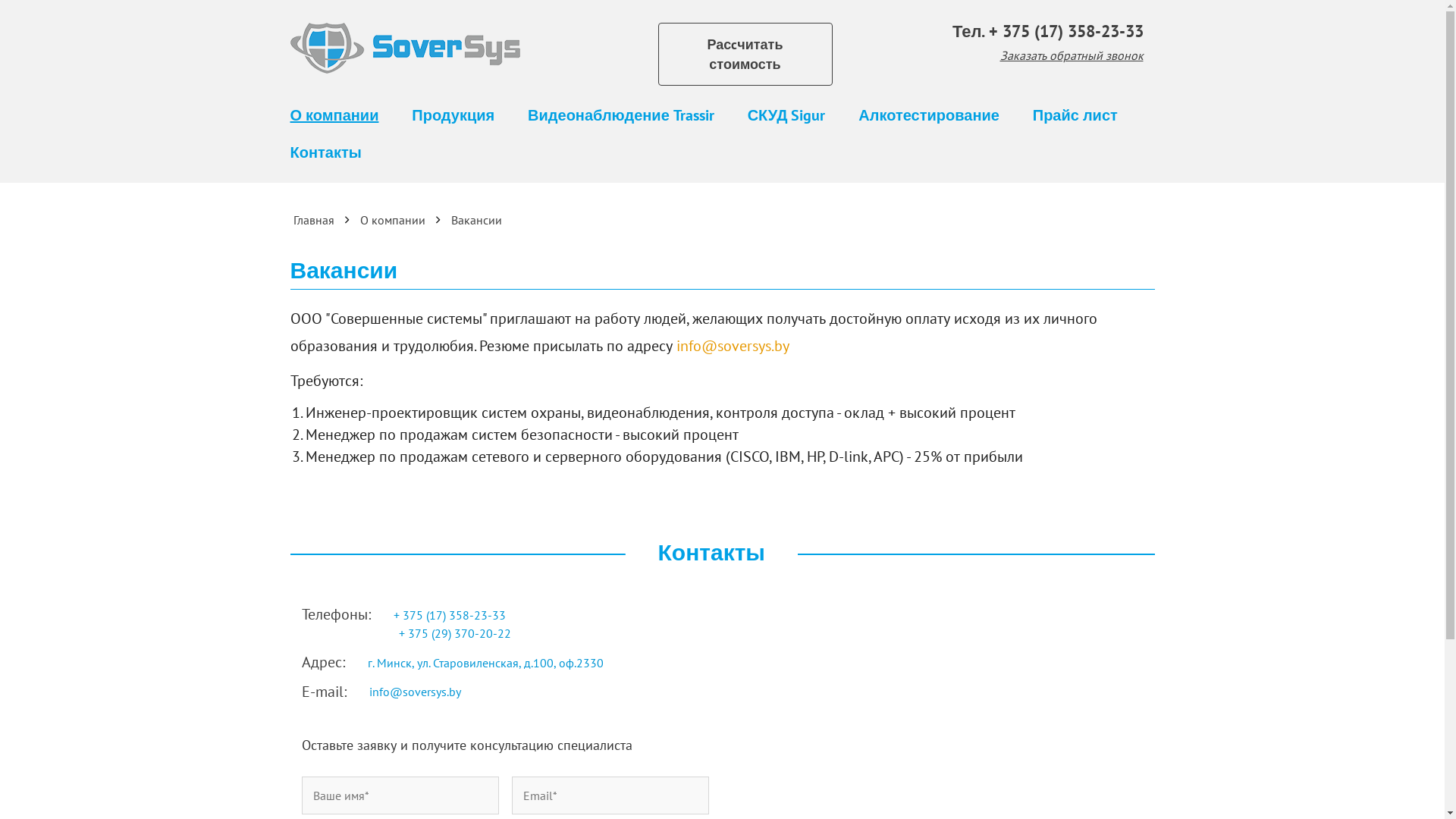 The width and height of the screenshot is (1456, 819). I want to click on 'info@soversys.by', so click(414, 691).